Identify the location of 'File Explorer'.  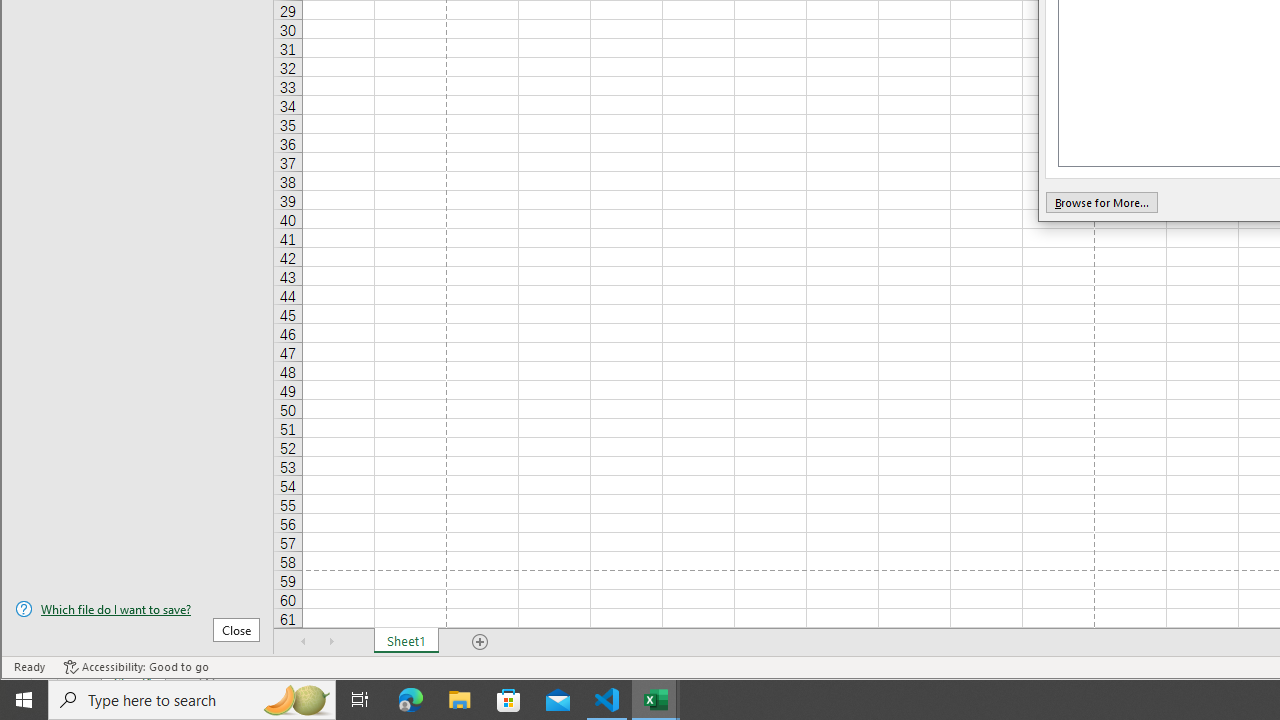
(459, 698).